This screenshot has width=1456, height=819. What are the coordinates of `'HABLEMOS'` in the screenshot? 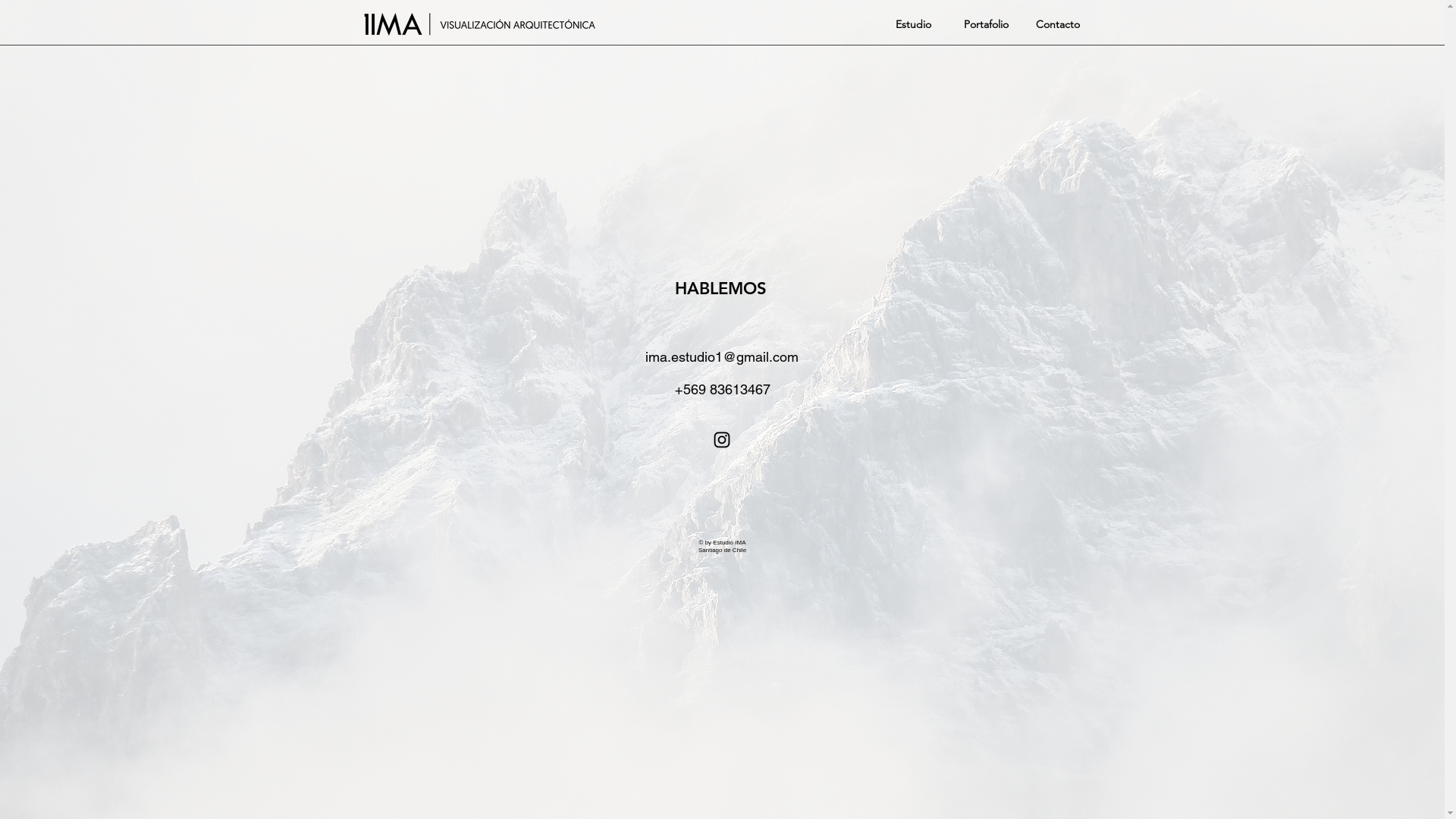 It's located at (673, 288).